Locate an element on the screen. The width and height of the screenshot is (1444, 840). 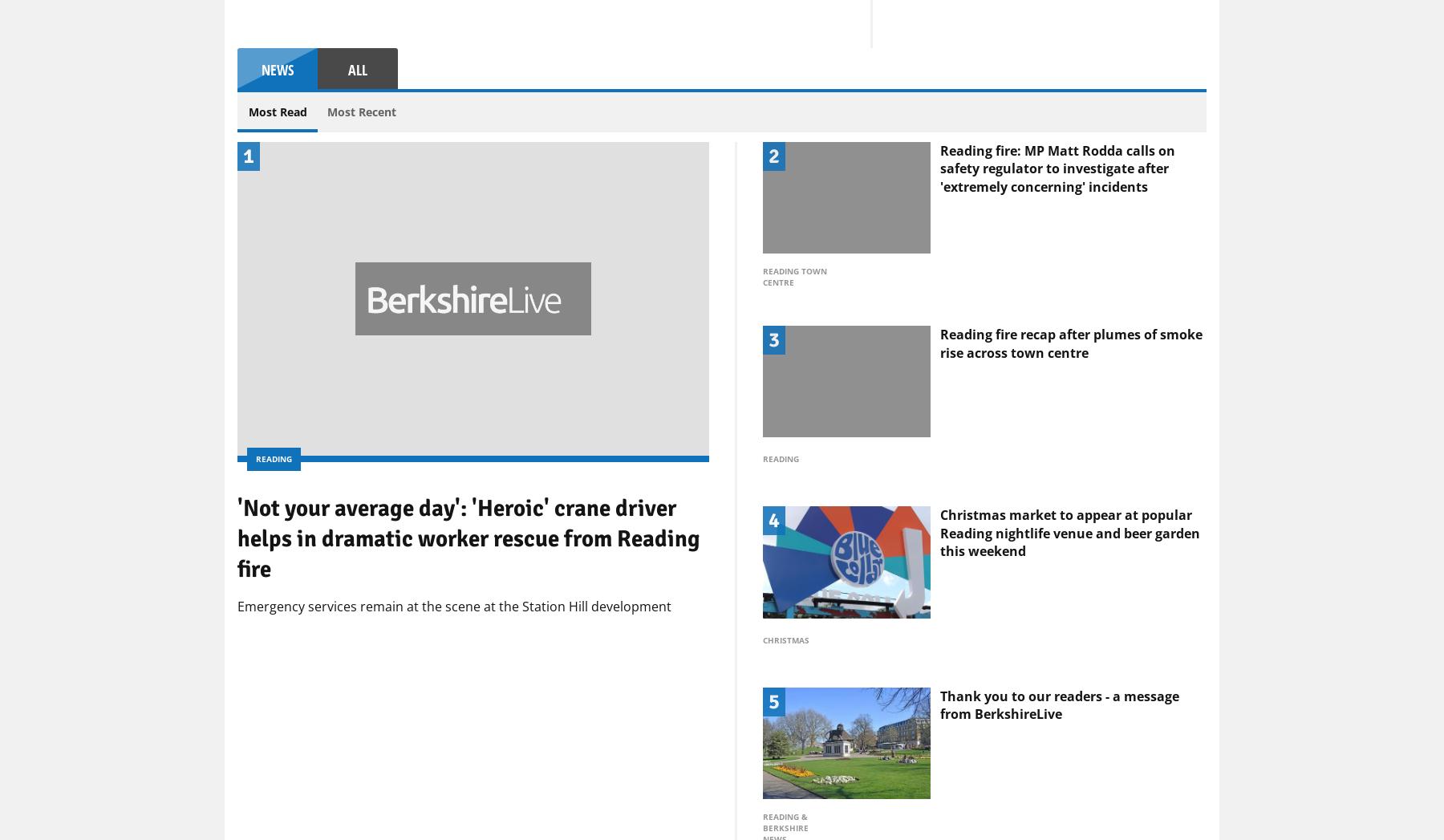
''Not your average day': 'Heroic' crane driver helps in dramatic worker rescue from Reading fire' is located at coordinates (468, 667).